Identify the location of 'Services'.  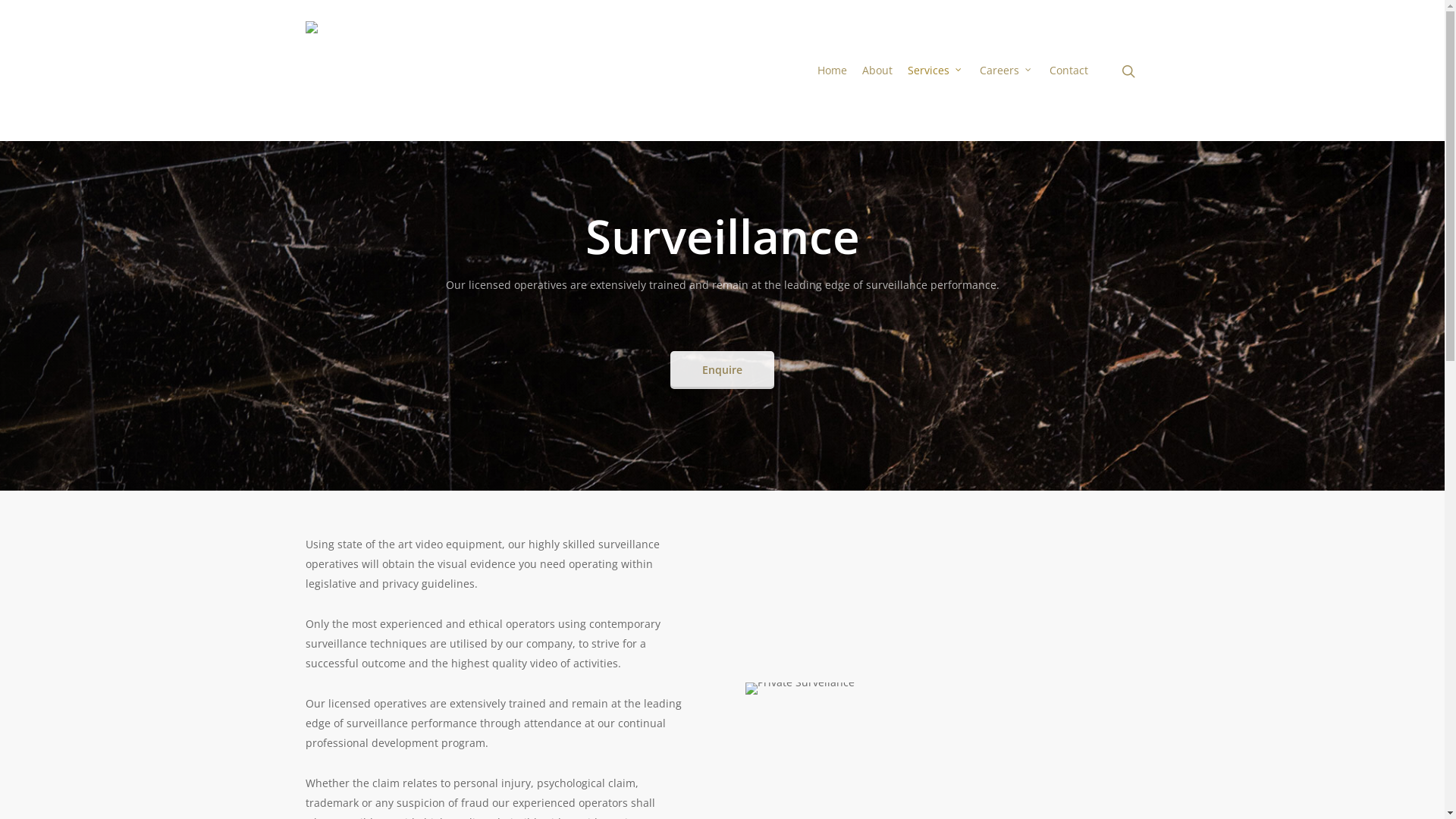
(934, 70).